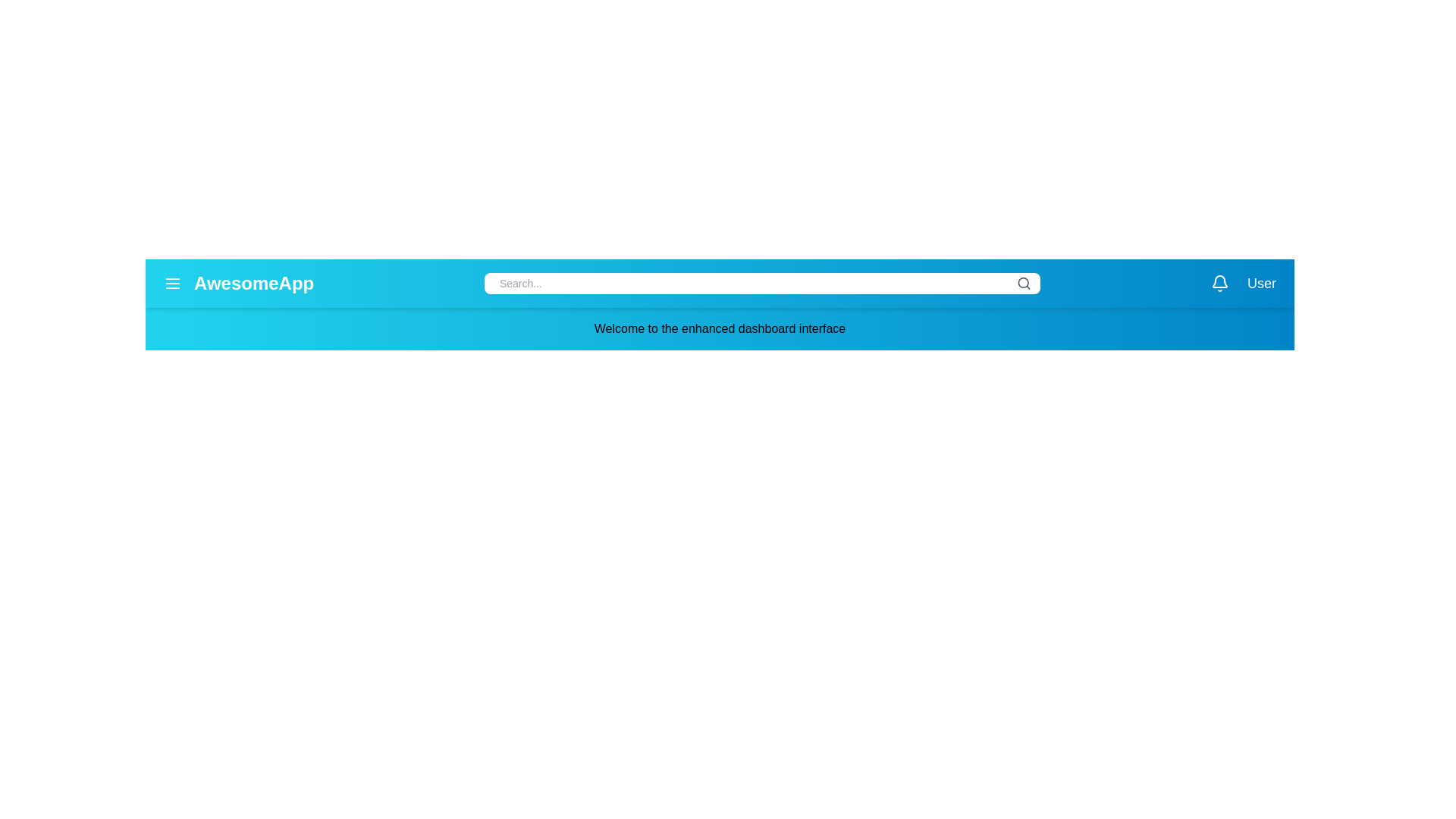 The width and height of the screenshot is (1456, 819). I want to click on the magnifying glass icon located at the right side of the horizontal search bar to initiate a search, so click(1024, 284).